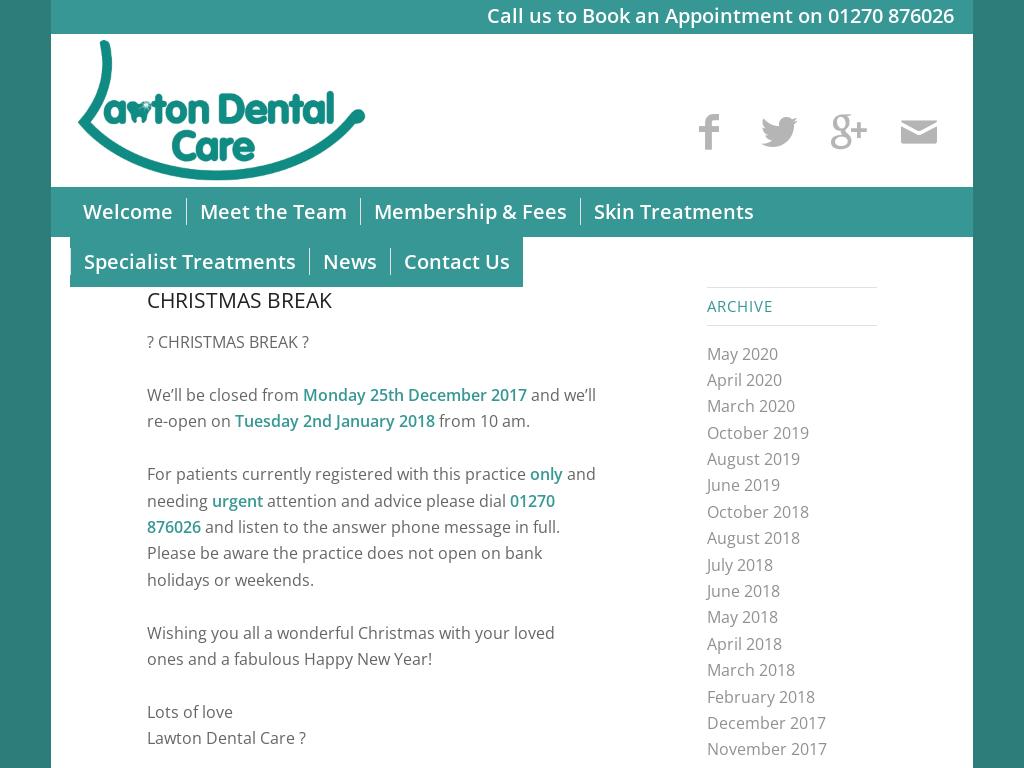 The image size is (1024, 768). I want to click on 'Specialist Treatments', so click(189, 260).